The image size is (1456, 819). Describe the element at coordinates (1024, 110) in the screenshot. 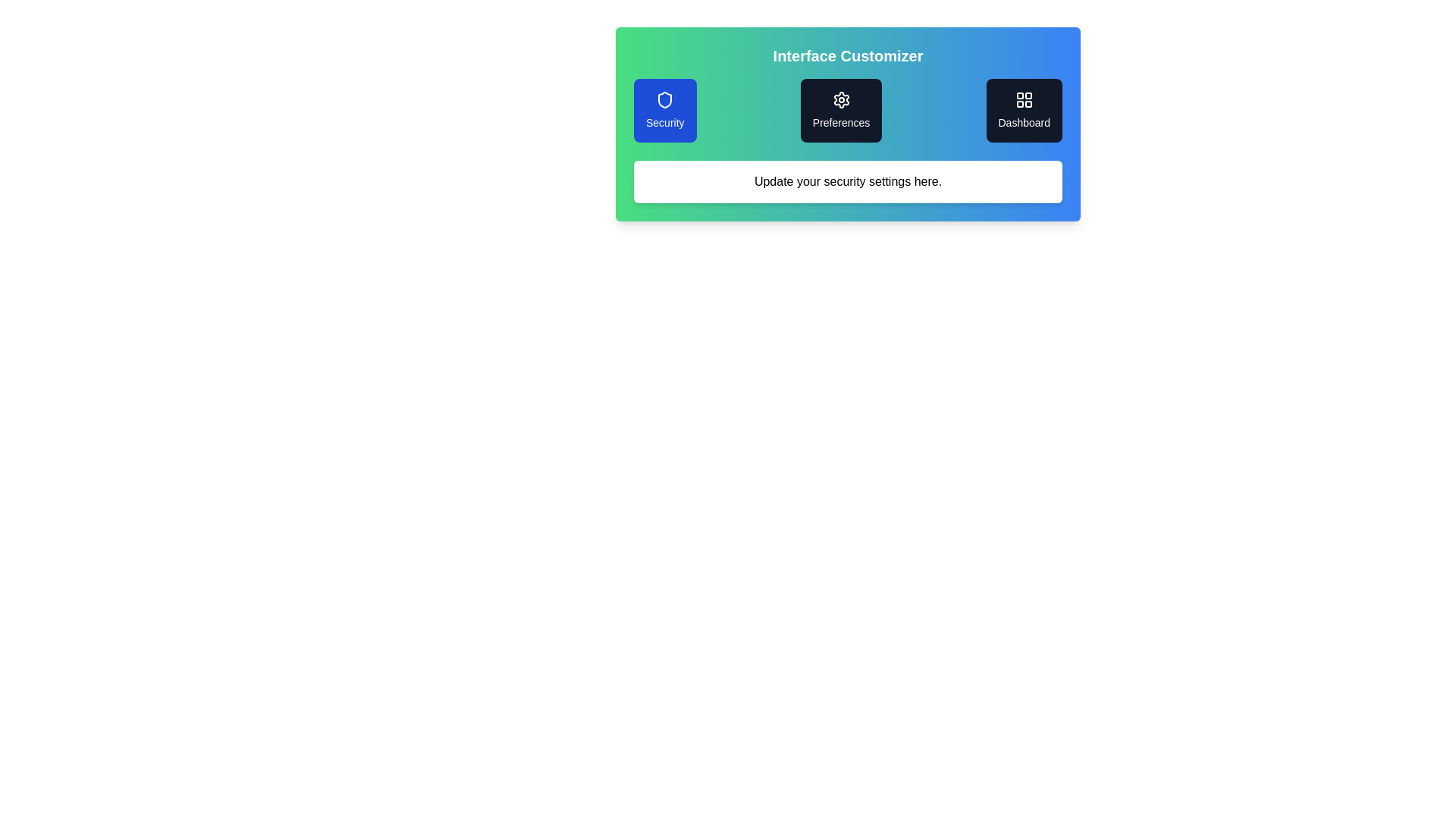

I see `the 'Dashboard' button, which is a rectangular UI component with a dark background and a grid layout icon` at that location.